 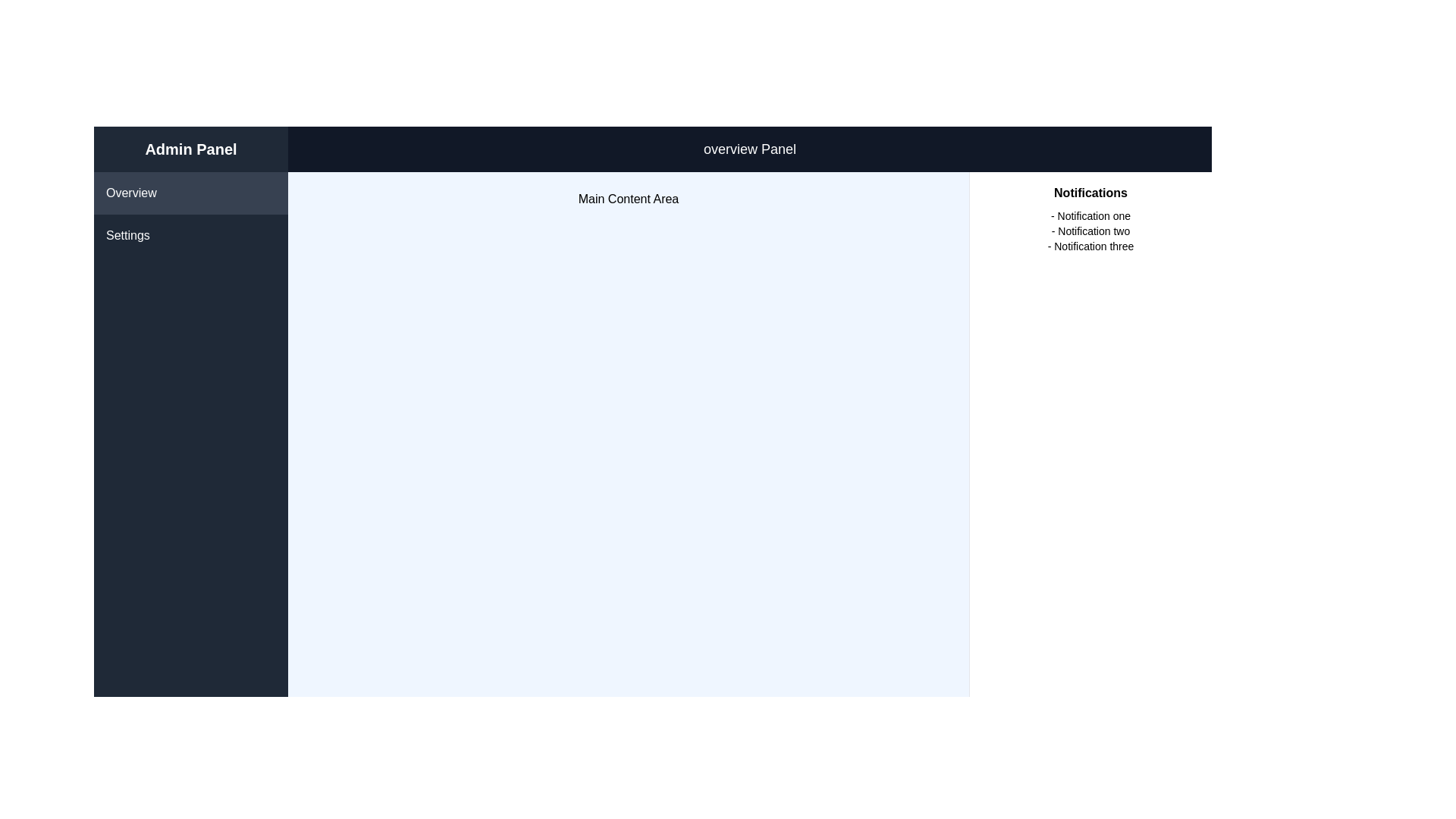 I want to click on the third static text element under the 'Notifications' section, which displays the third notification item, so click(x=1090, y=245).